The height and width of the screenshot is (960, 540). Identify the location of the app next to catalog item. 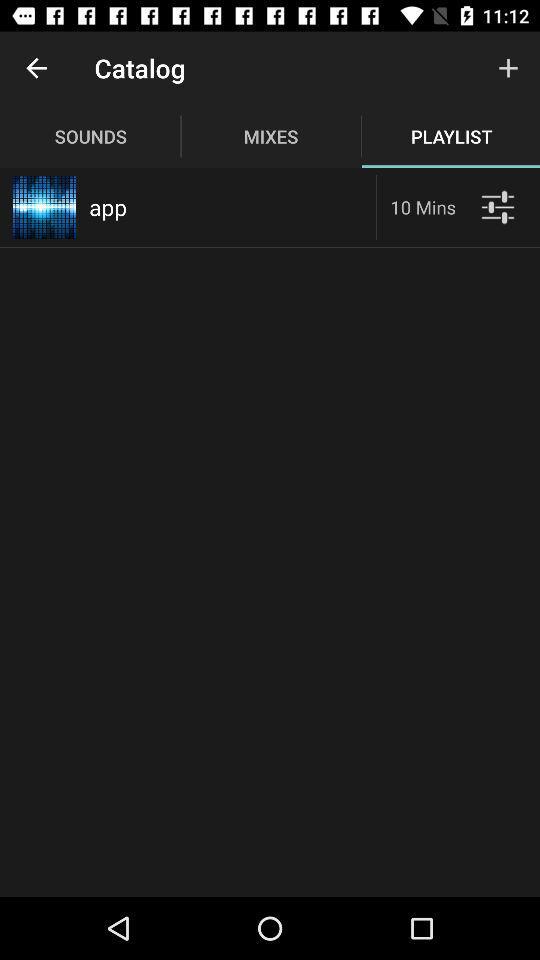
(36, 68).